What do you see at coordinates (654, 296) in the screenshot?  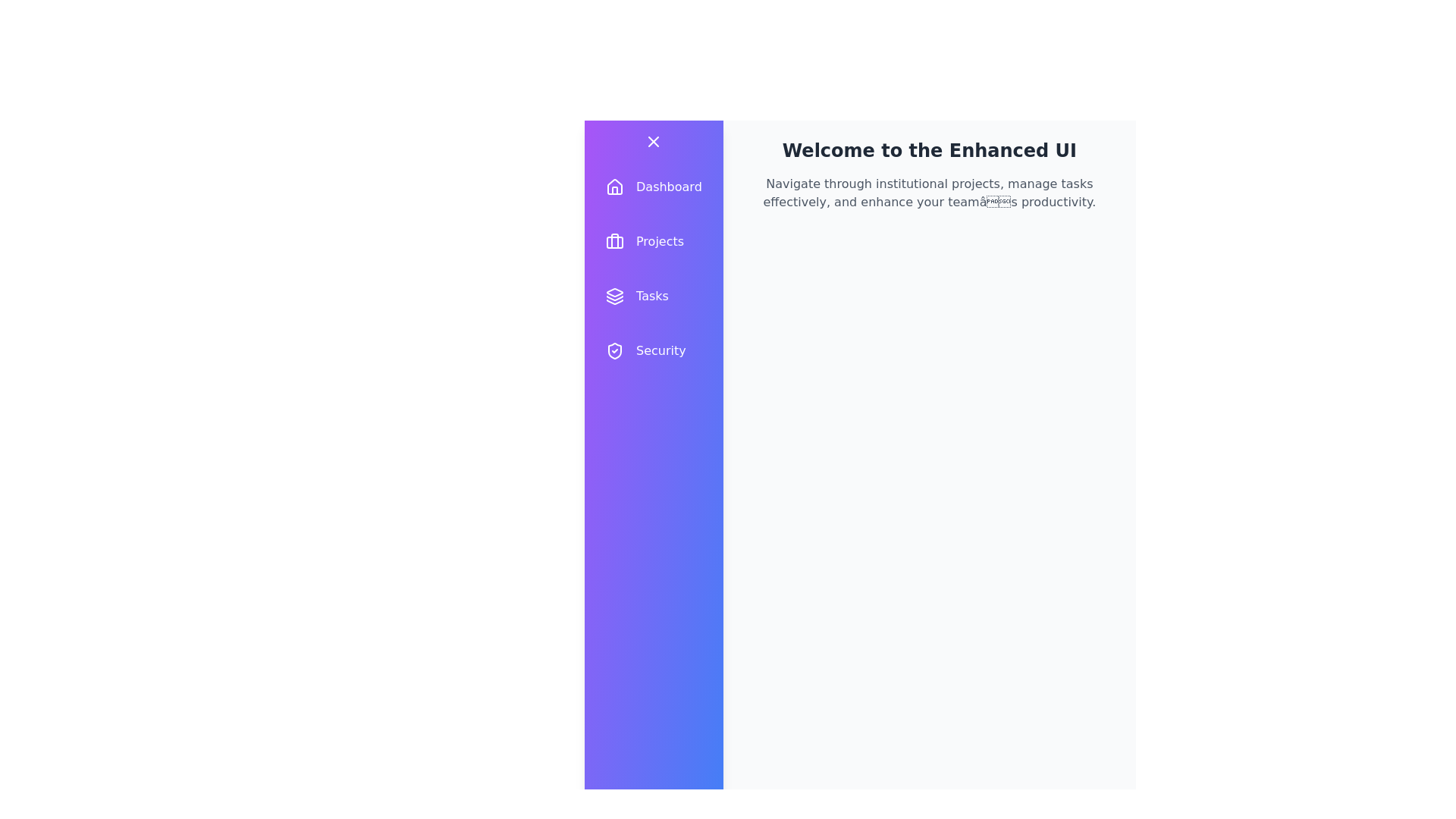 I see `the 'Tasks' interactive navigation item, which is the third item in the vertical navigation menu styled in white on a purple gradient background` at bounding box center [654, 296].